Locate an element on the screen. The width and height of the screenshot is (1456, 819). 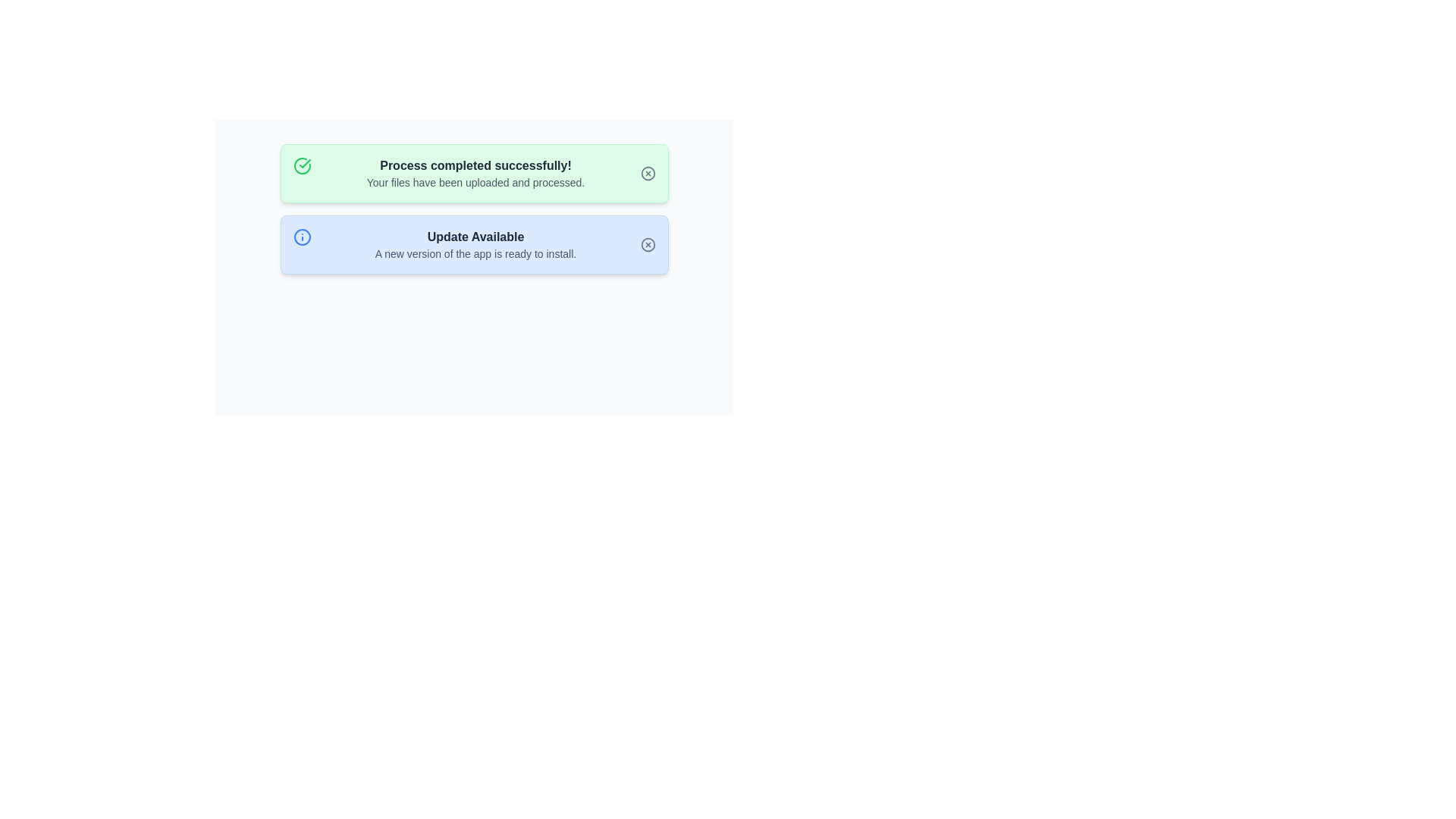
the close button located in the top-right corner of the green notification bar labeled 'Process completed successfully!' is located at coordinates (648, 172).